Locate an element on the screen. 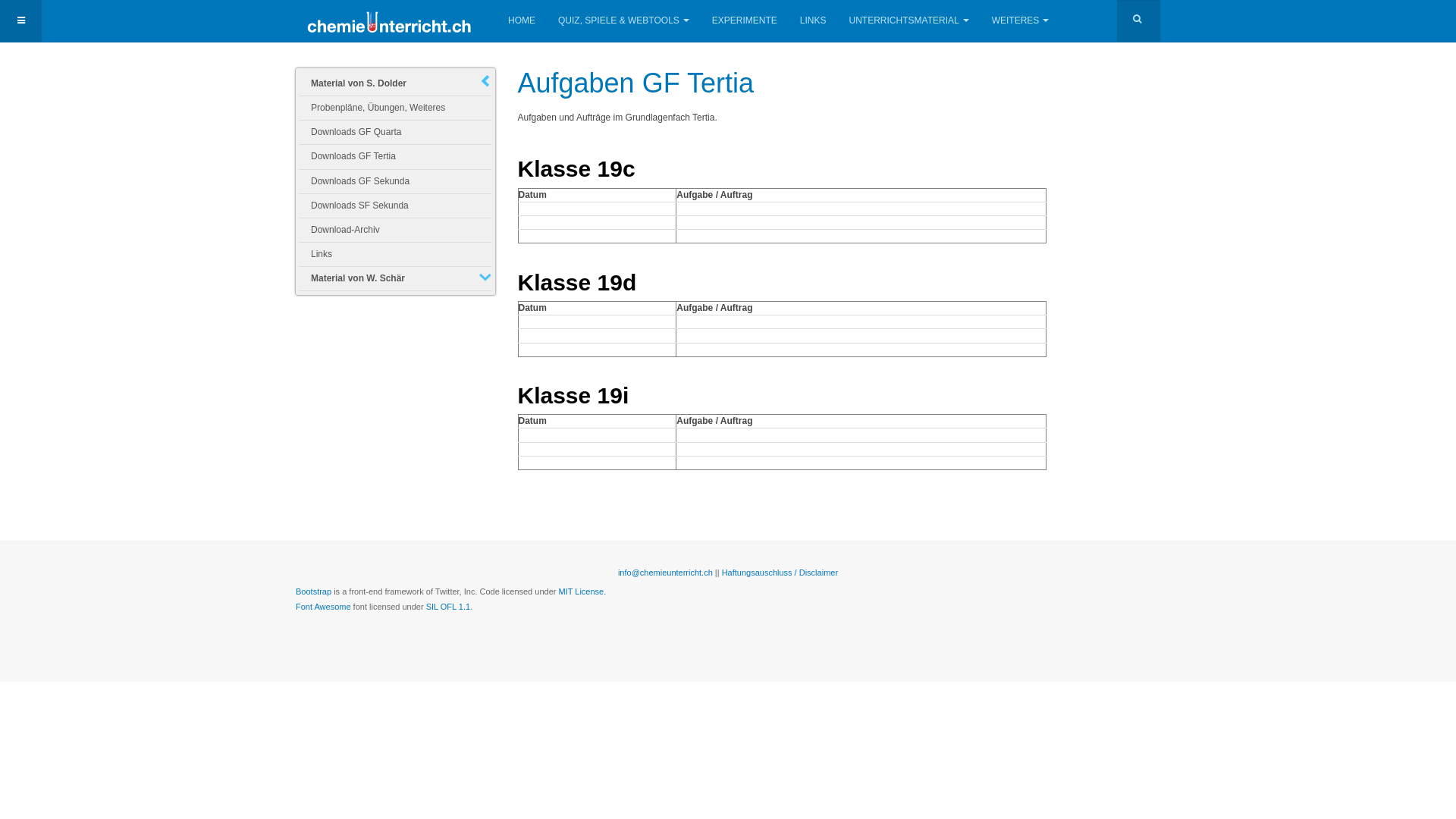 The width and height of the screenshot is (1456, 819). 'chemieunterricht.ch' is located at coordinates (390, 20).